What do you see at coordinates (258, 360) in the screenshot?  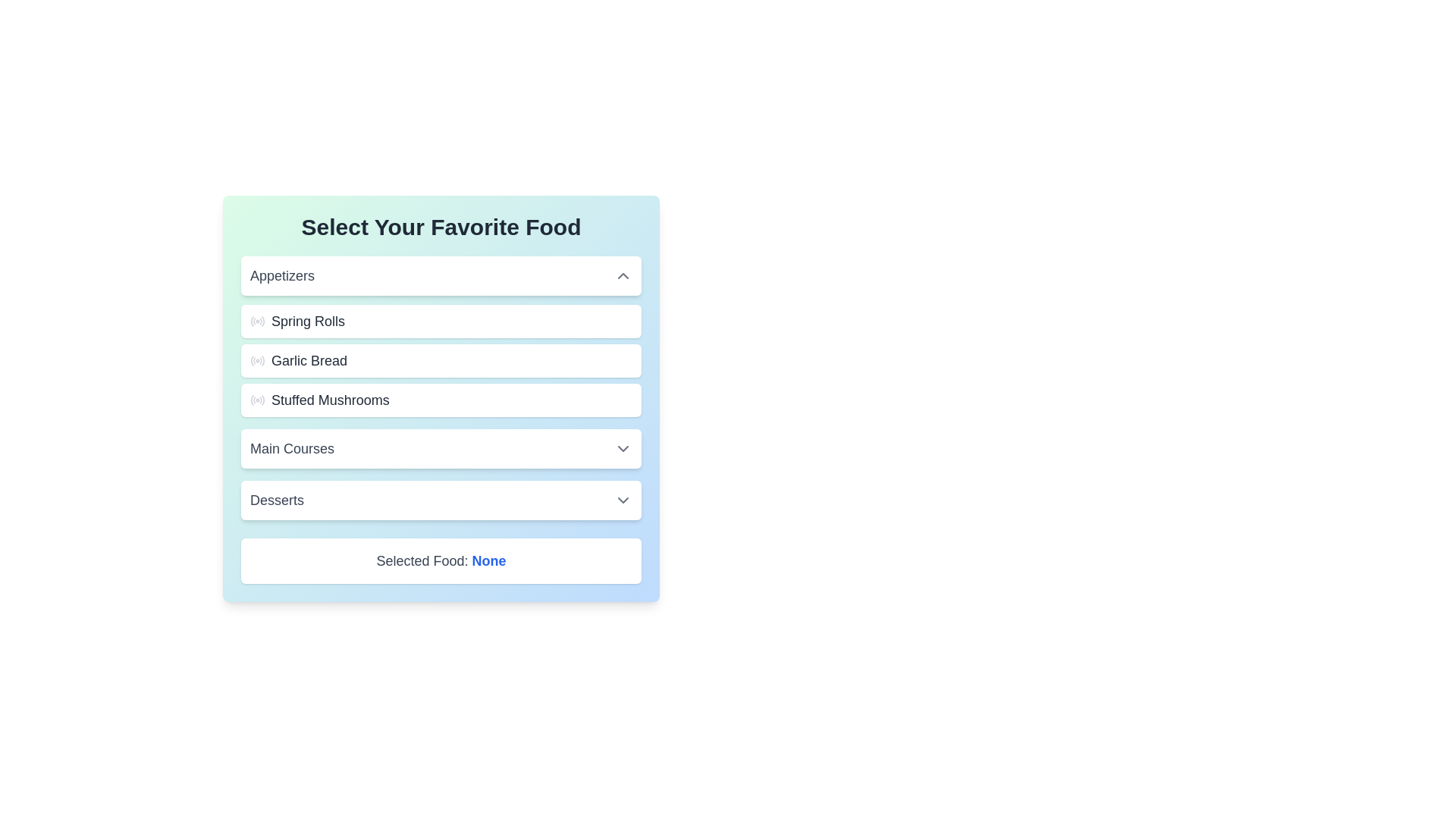 I see `the 'Garlic Bread' radio button located in the 'Appetizers' section to select it as an option` at bounding box center [258, 360].